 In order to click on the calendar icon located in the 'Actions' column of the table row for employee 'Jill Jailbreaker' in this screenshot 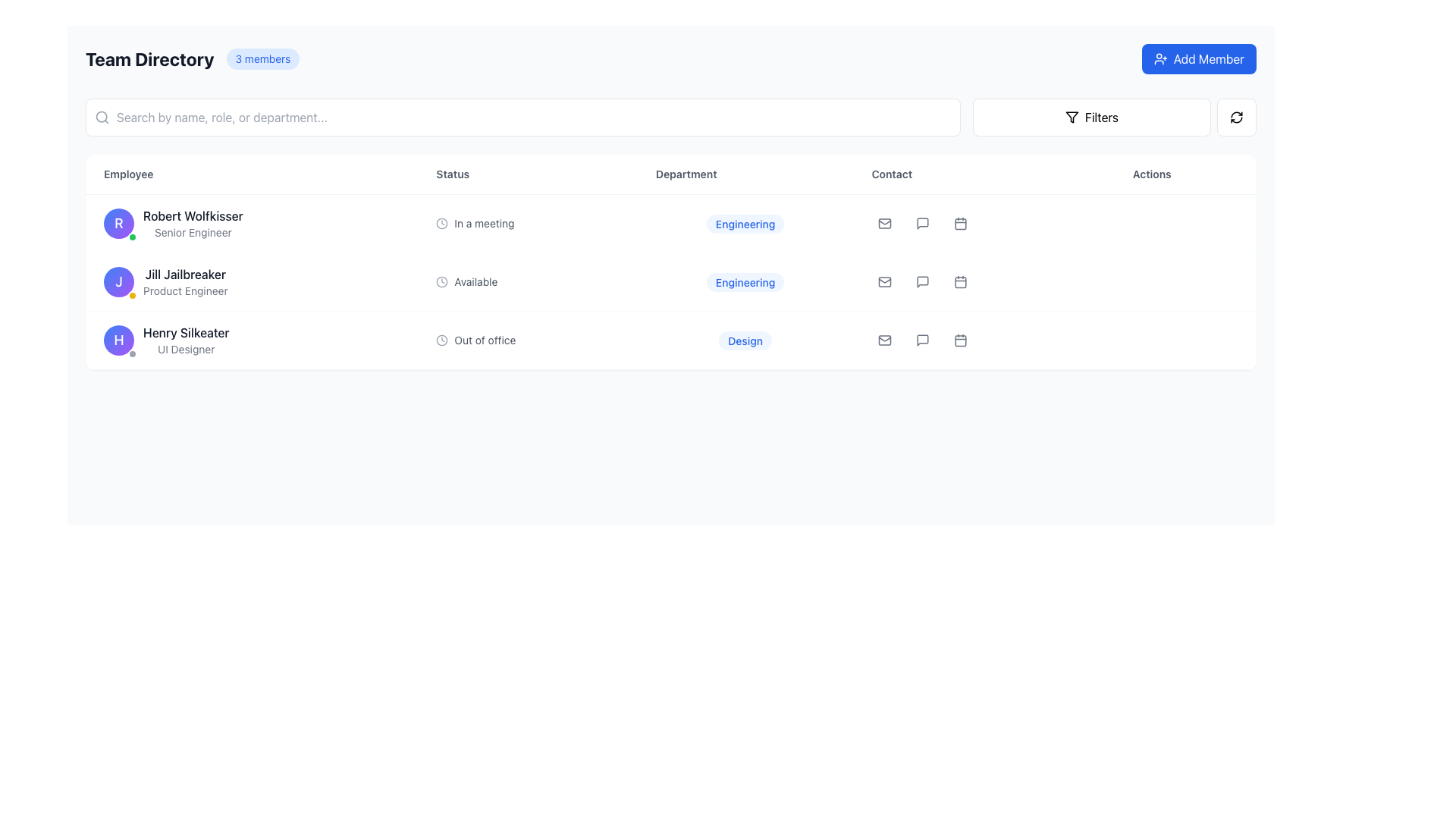, I will do `click(959, 223)`.